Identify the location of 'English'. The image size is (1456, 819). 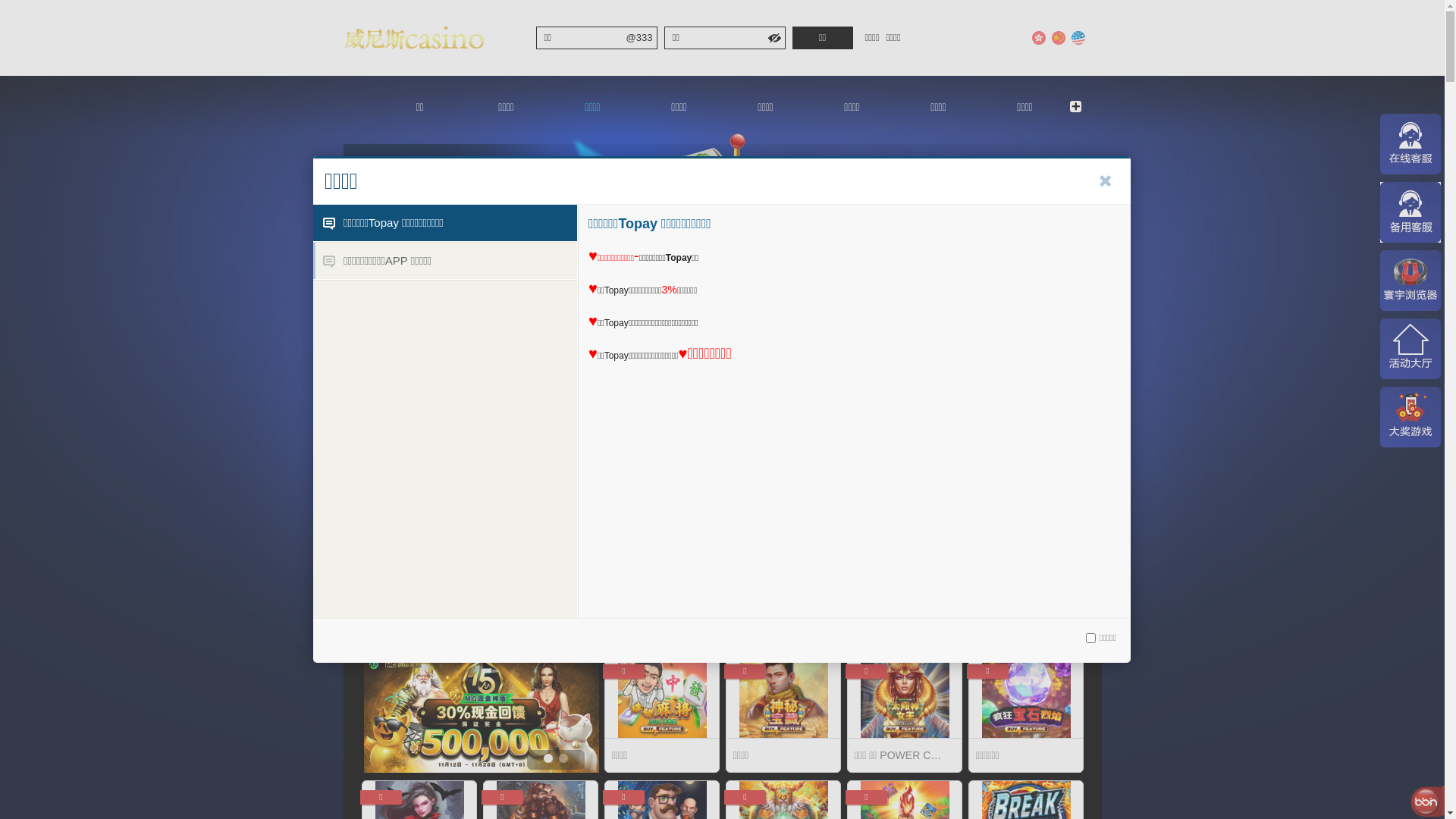
(1076, 37).